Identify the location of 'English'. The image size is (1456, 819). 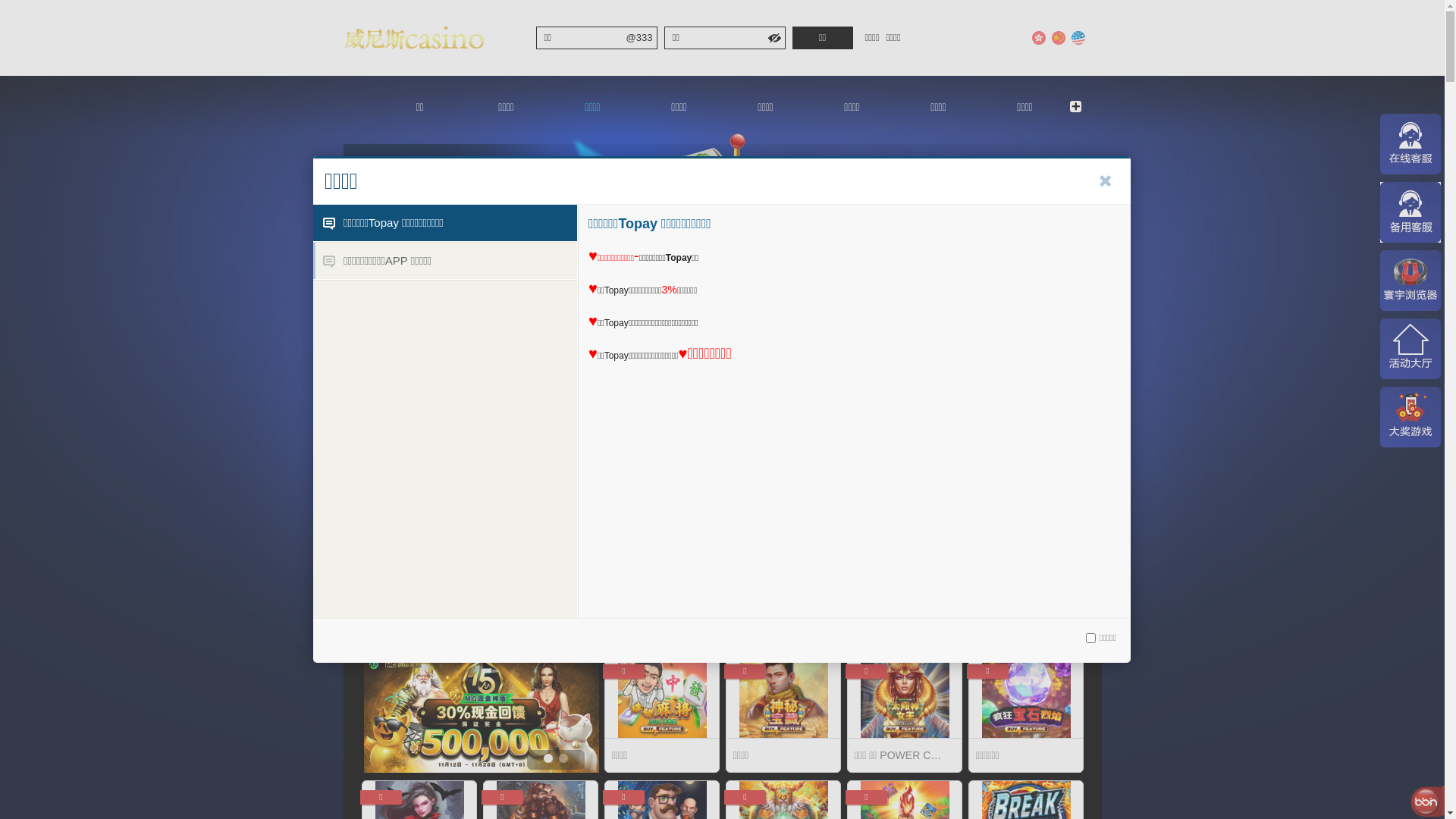
(1076, 37).